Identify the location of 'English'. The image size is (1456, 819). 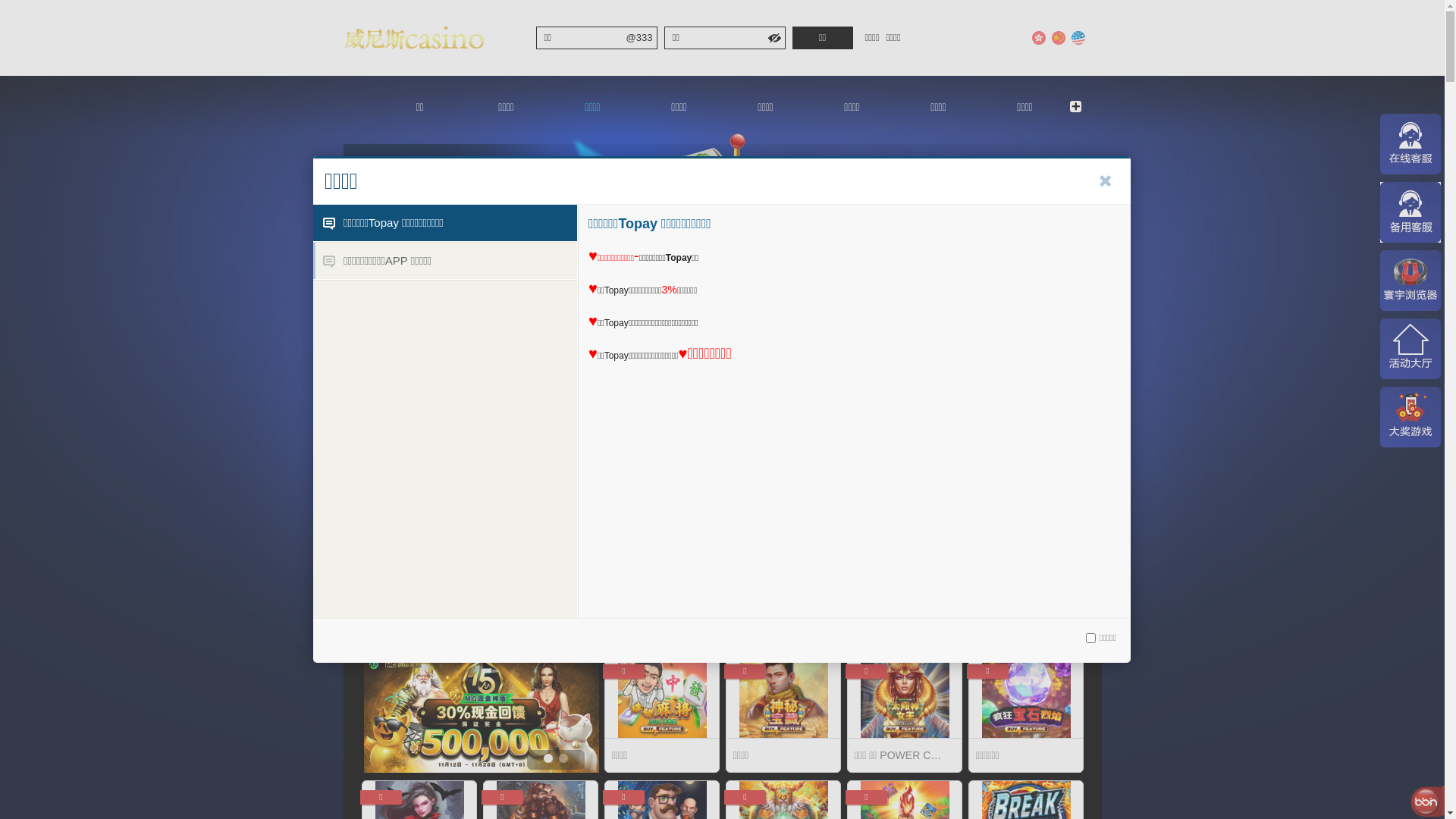
(1076, 37).